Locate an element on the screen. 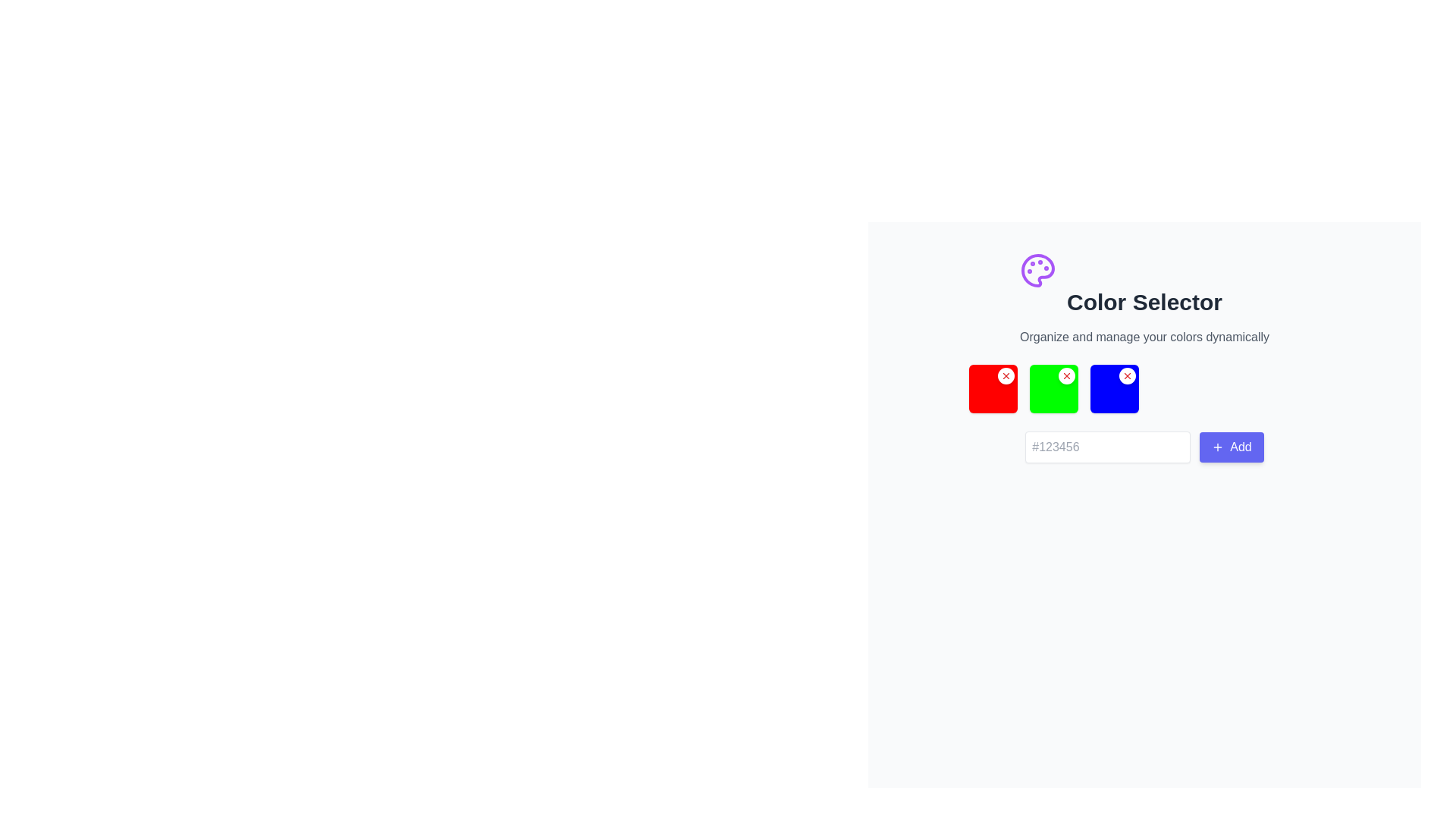 This screenshot has height=819, width=1456. the close button for the green color tile located in the top-right corner of its tile is located at coordinates (1065, 375).